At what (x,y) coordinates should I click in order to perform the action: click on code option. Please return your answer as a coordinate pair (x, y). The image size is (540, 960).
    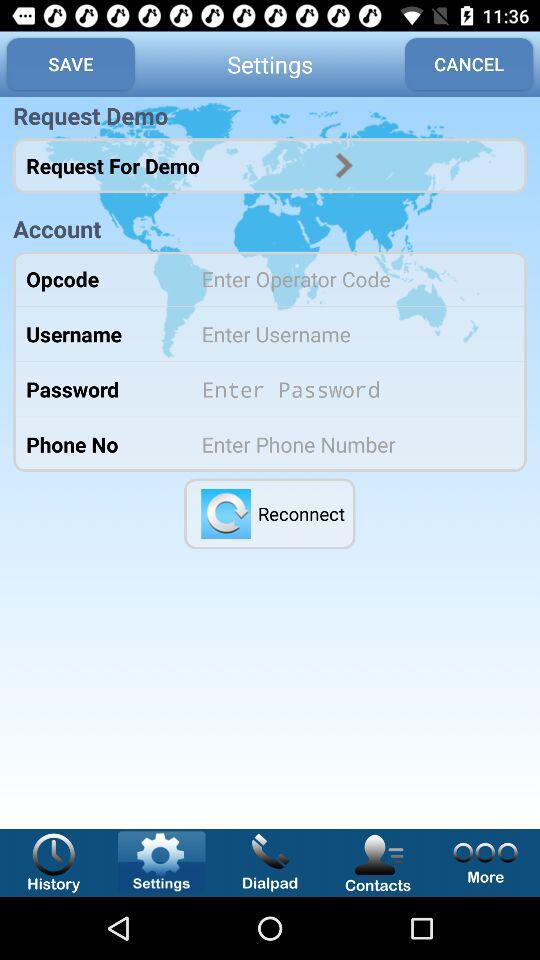
    Looking at the image, I should click on (350, 277).